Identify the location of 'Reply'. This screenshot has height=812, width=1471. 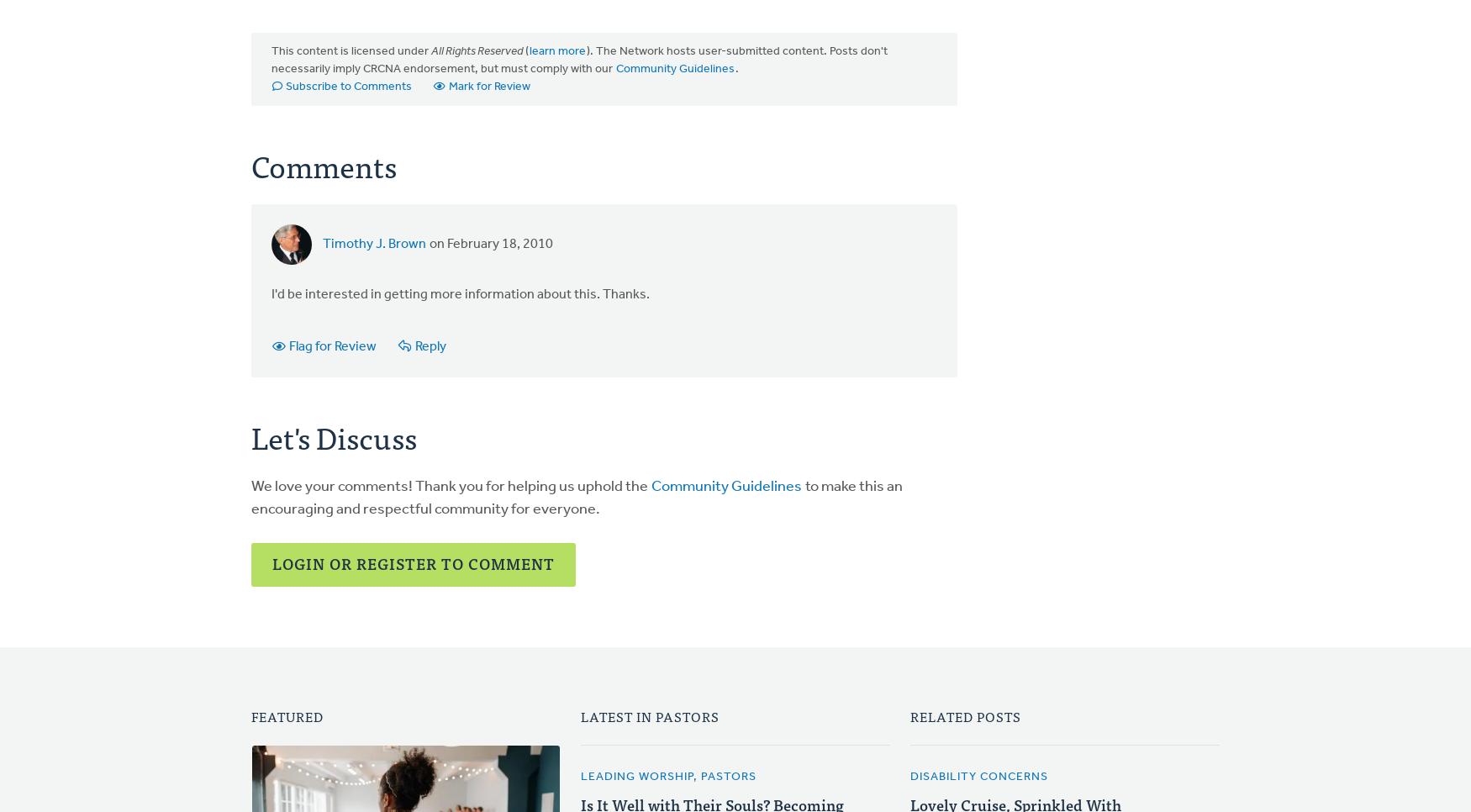
(430, 346).